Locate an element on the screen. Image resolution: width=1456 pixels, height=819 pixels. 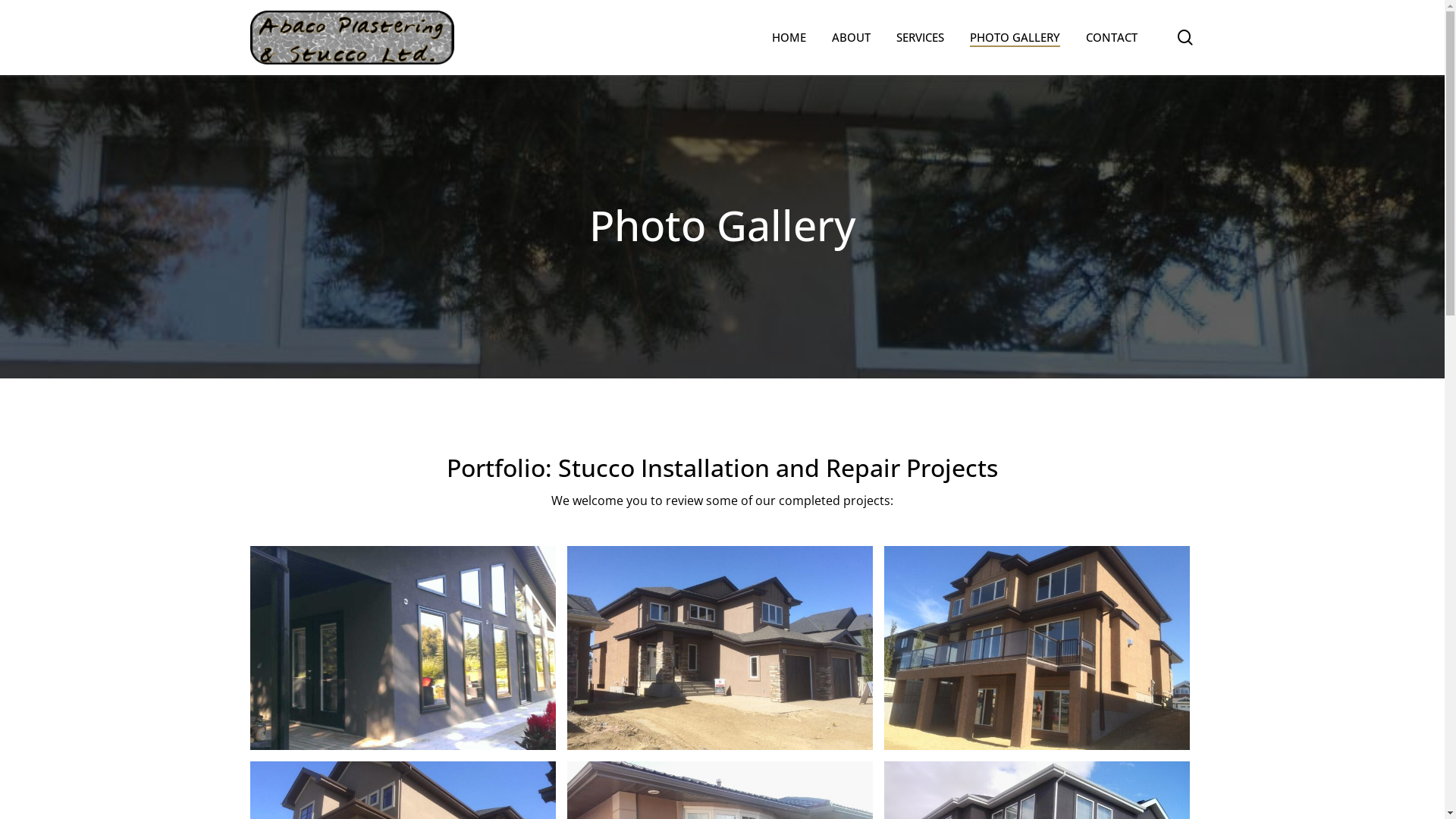
'18' is located at coordinates (719, 648).